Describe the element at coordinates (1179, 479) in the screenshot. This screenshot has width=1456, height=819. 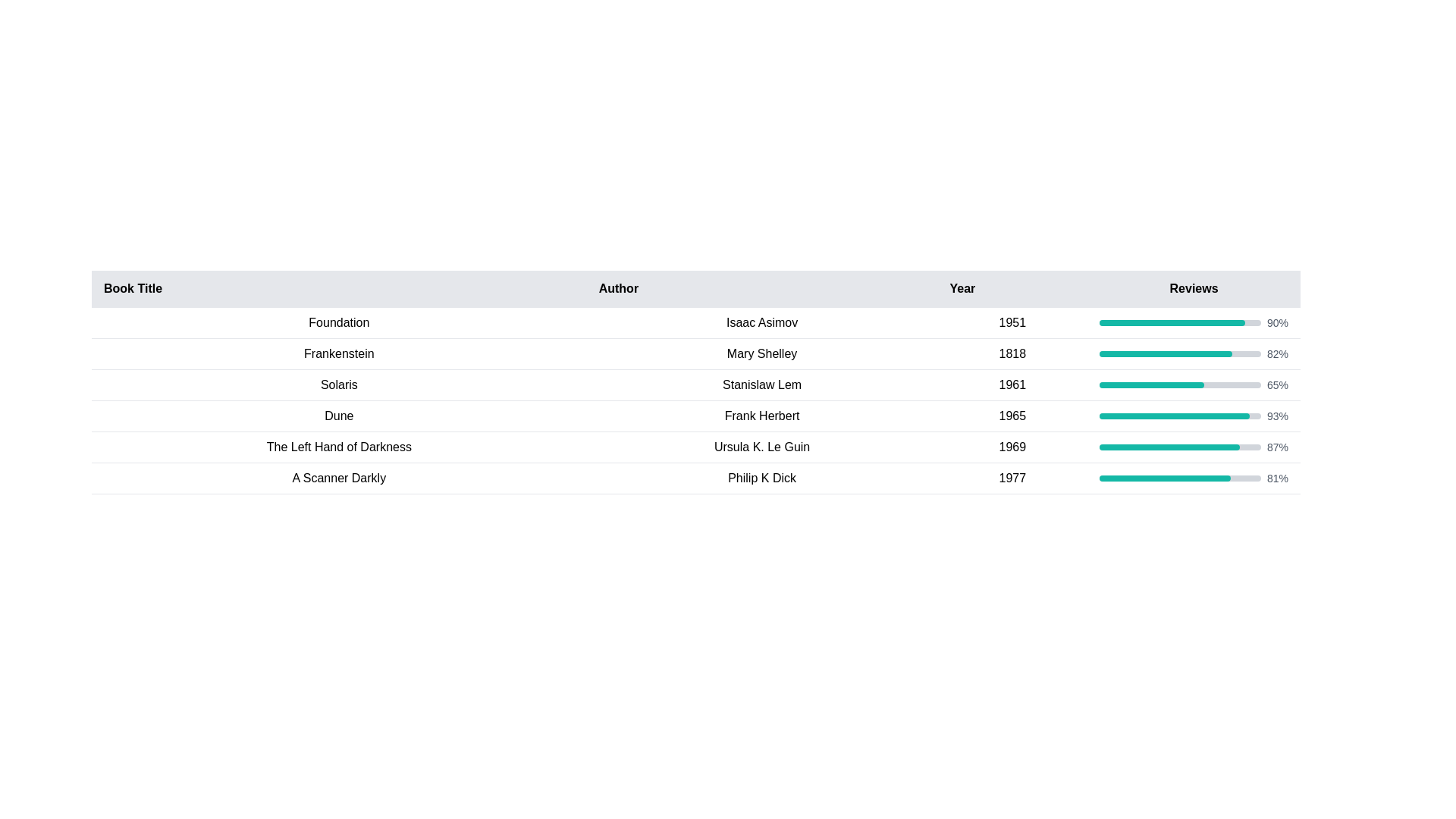
I see `the progress represented by the progress bar indicating 81% completion in the 'Reviews' column for the book 'A Scanner Darkly'` at that location.